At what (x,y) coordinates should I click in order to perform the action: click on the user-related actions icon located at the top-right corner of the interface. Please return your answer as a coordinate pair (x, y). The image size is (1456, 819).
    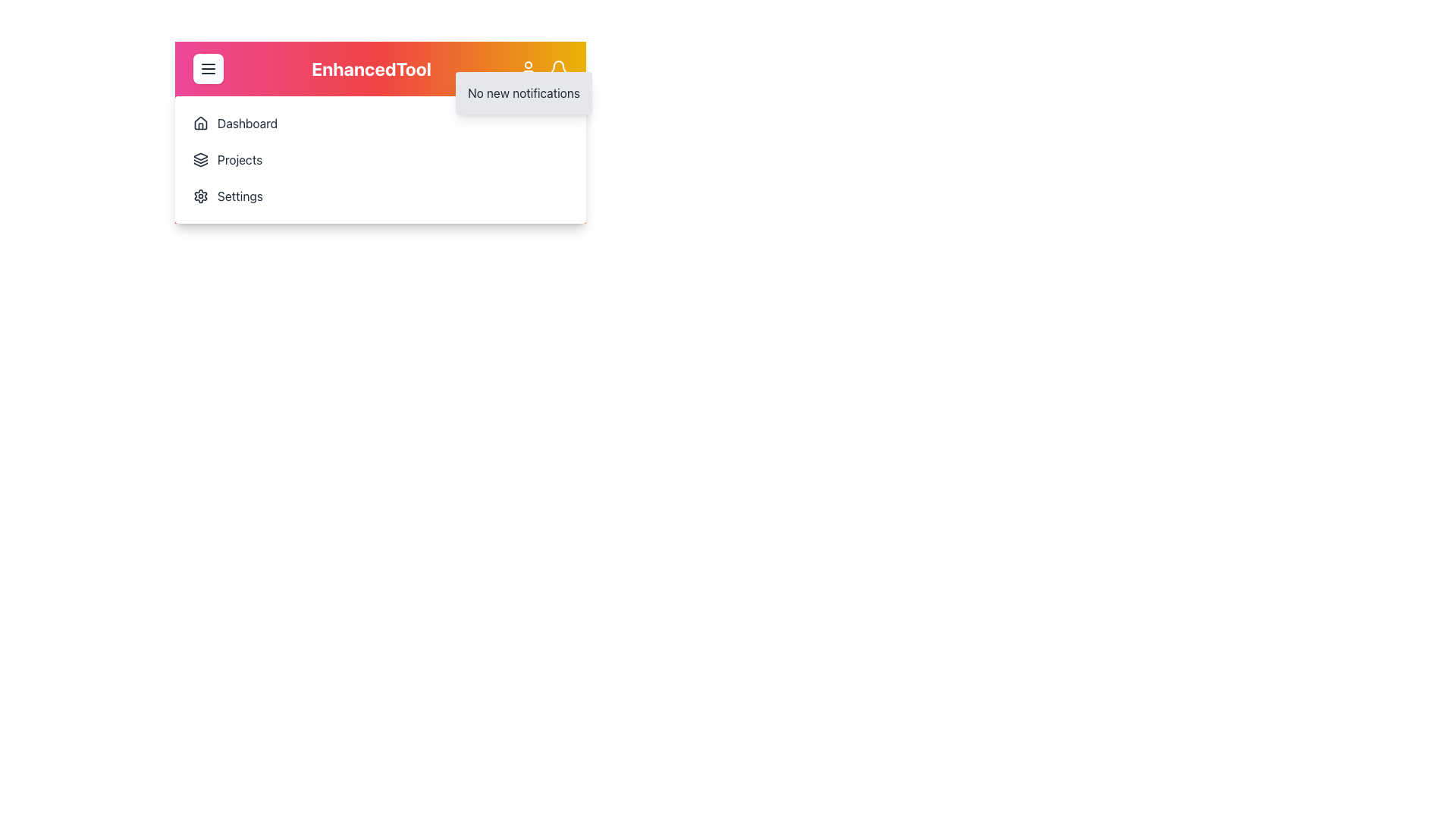
    Looking at the image, I should click on (528, 69).